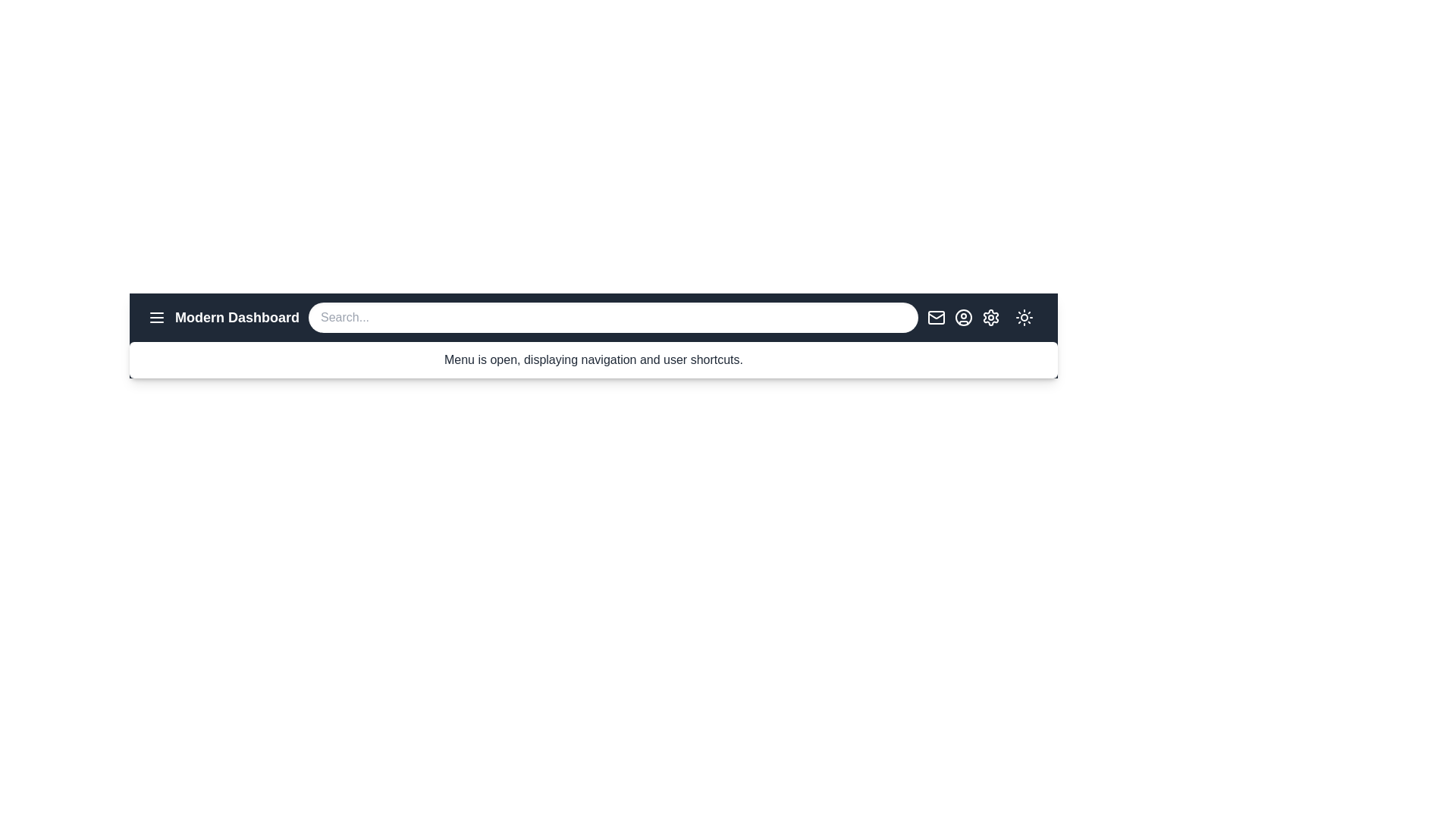 This screenshot has height=819, width=1456. Describe the element at coordinates (935, 317) in the screenshot. I see `the mail icon to access the mail functionality` at that location.